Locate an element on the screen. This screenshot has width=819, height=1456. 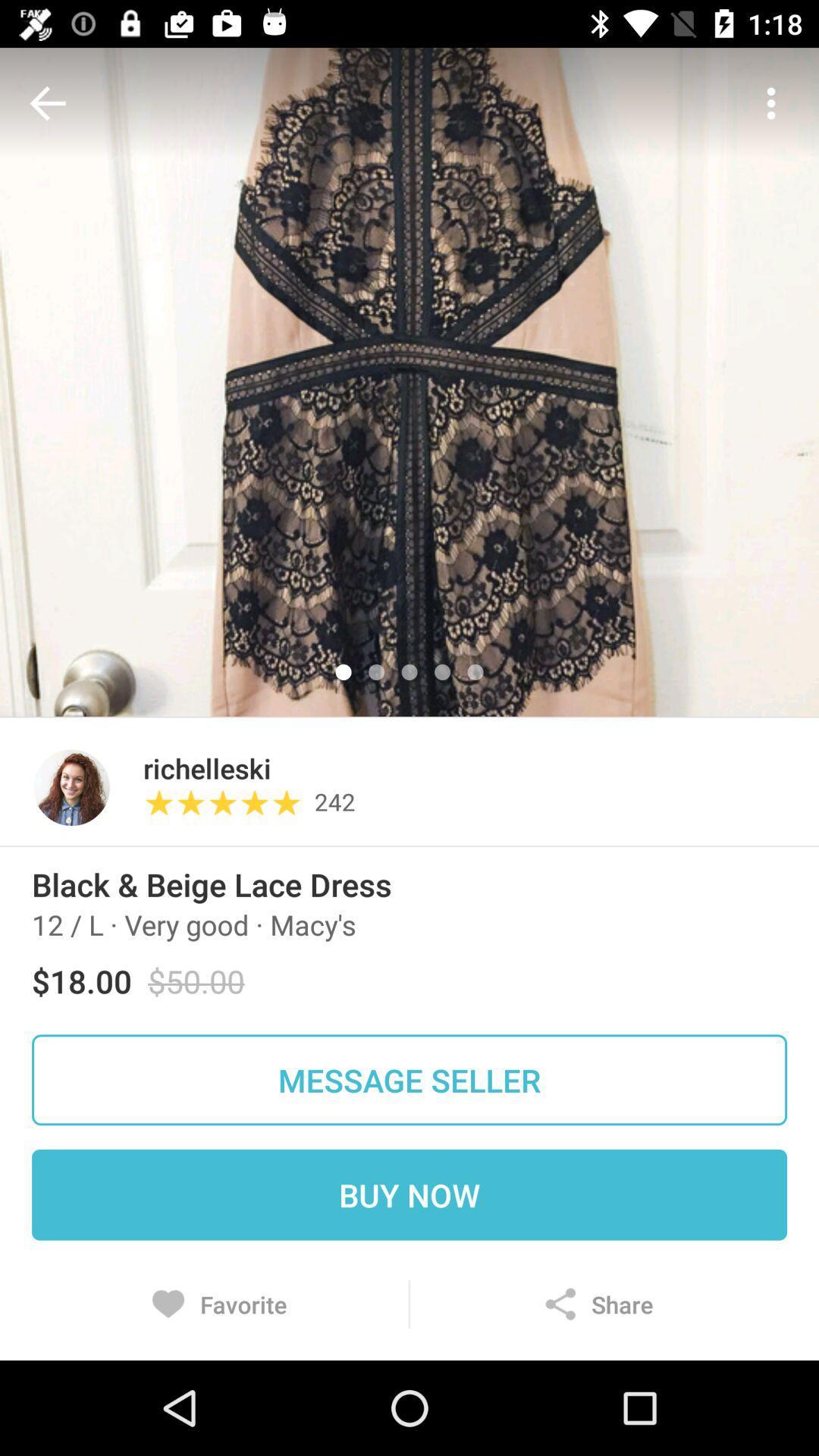
the share option is located at coordinates (598, 1303).